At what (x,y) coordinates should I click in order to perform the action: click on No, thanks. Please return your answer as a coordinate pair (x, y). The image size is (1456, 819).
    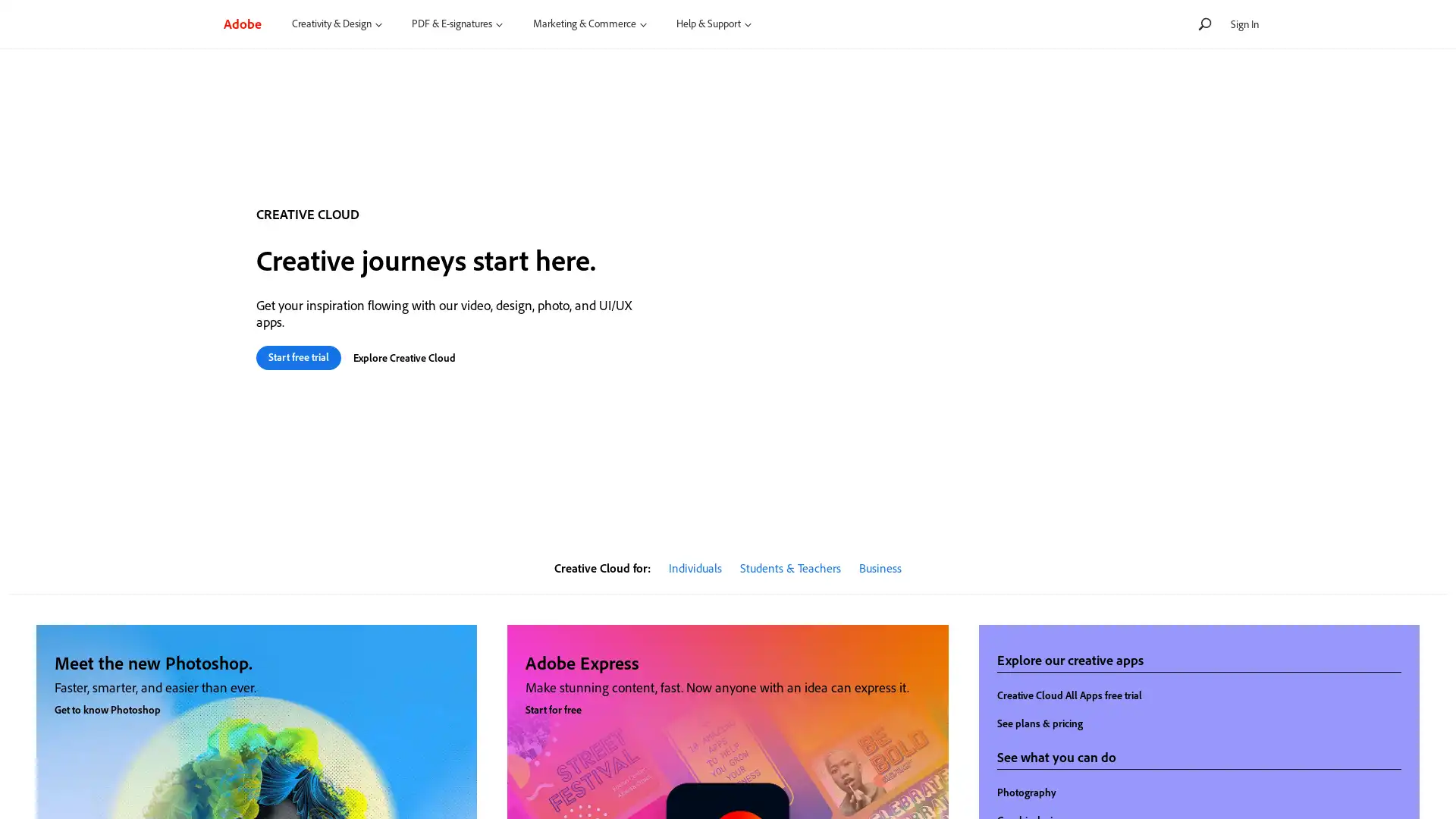
    Looking at the image, I should click on (316, 775).